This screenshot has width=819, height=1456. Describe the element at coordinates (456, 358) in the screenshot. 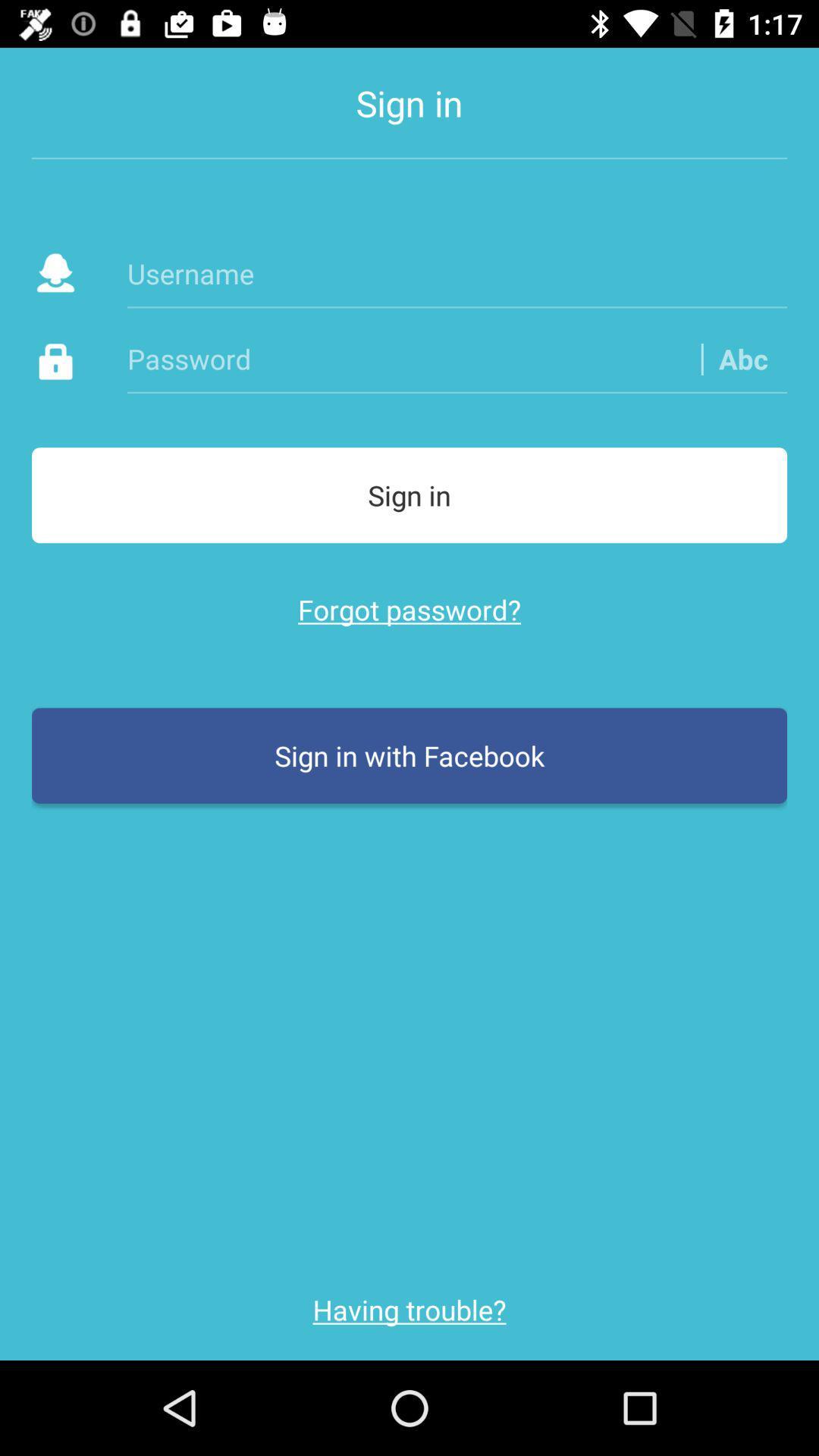

I see `the item above sign in icon` at that location.